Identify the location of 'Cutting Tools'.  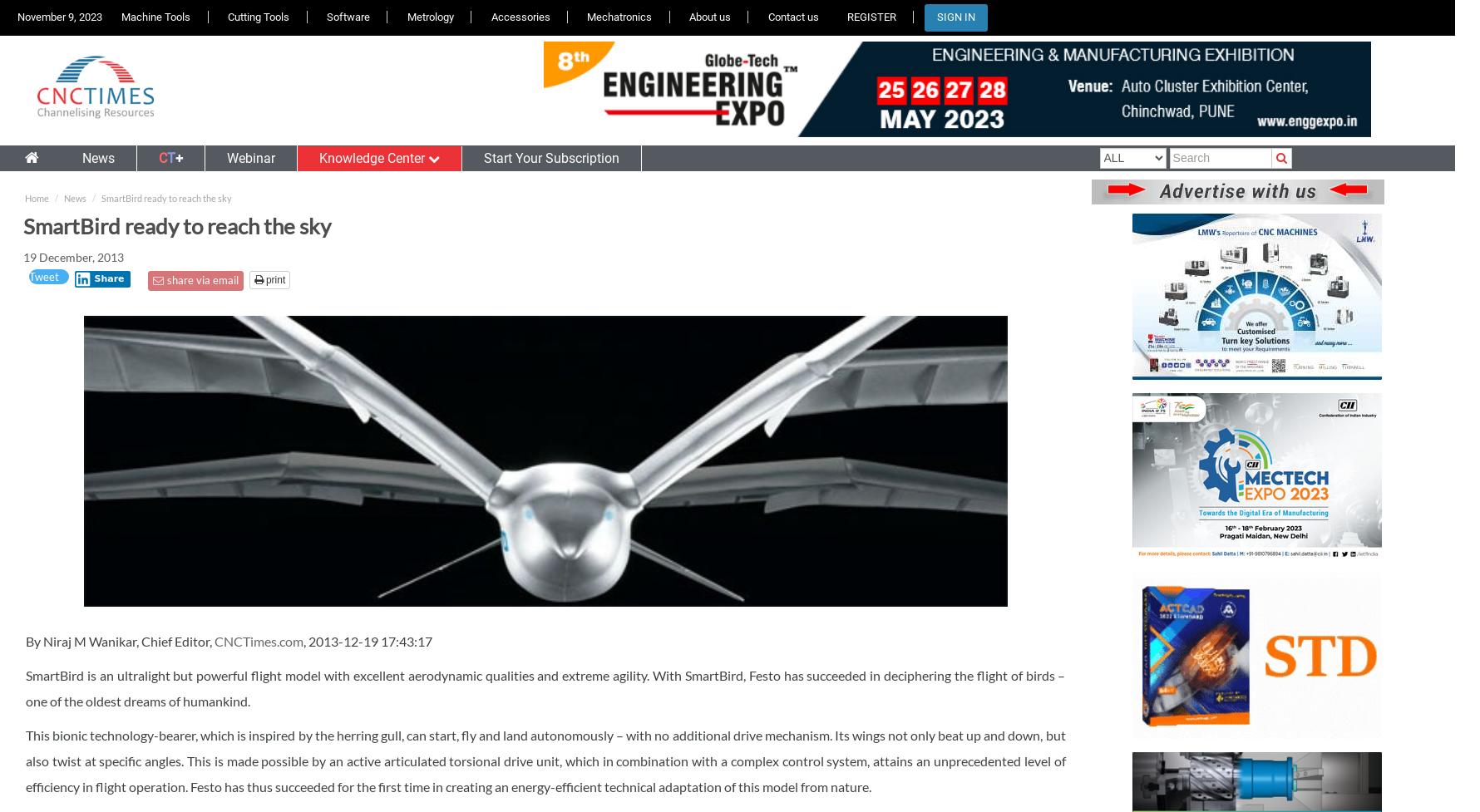
(258, 17).